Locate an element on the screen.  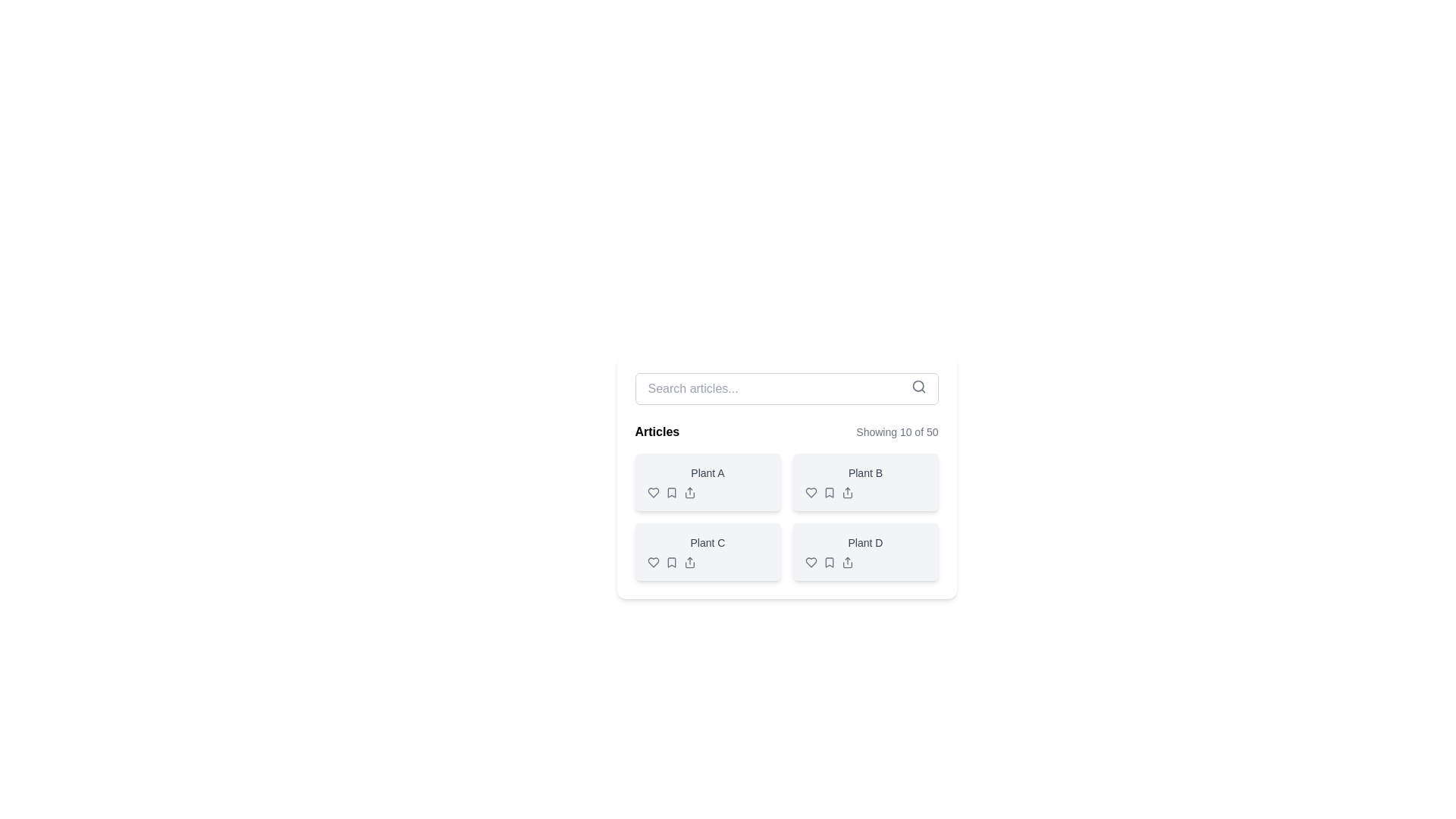
the small heart-shaped icon with a stroke outline in the bottom-right card labeled 'Plant D', which represents a favorite or like function is located at coordinates (810, 562).